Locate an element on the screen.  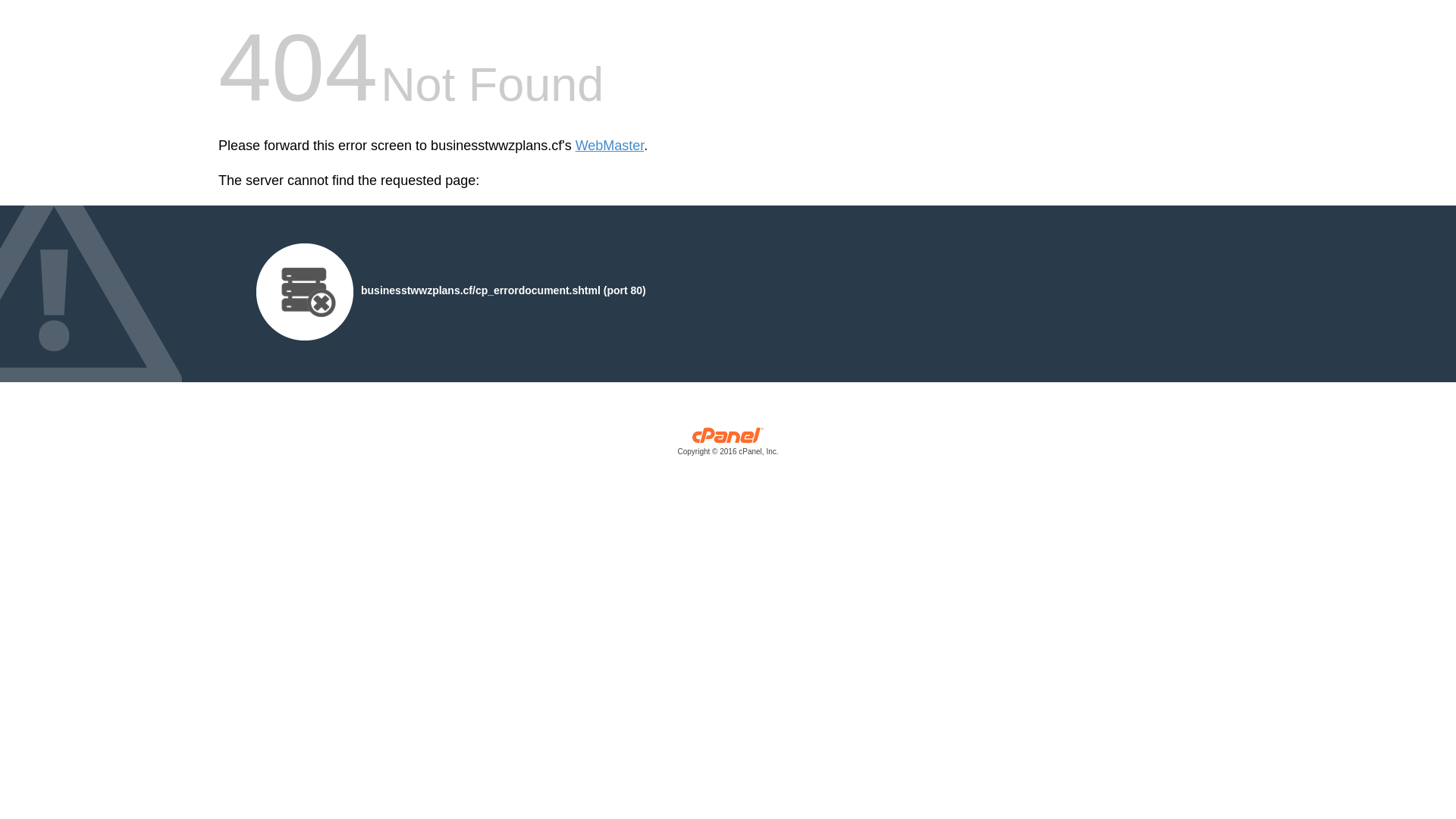
'WebMaster' is located at coordinates (610, 146).